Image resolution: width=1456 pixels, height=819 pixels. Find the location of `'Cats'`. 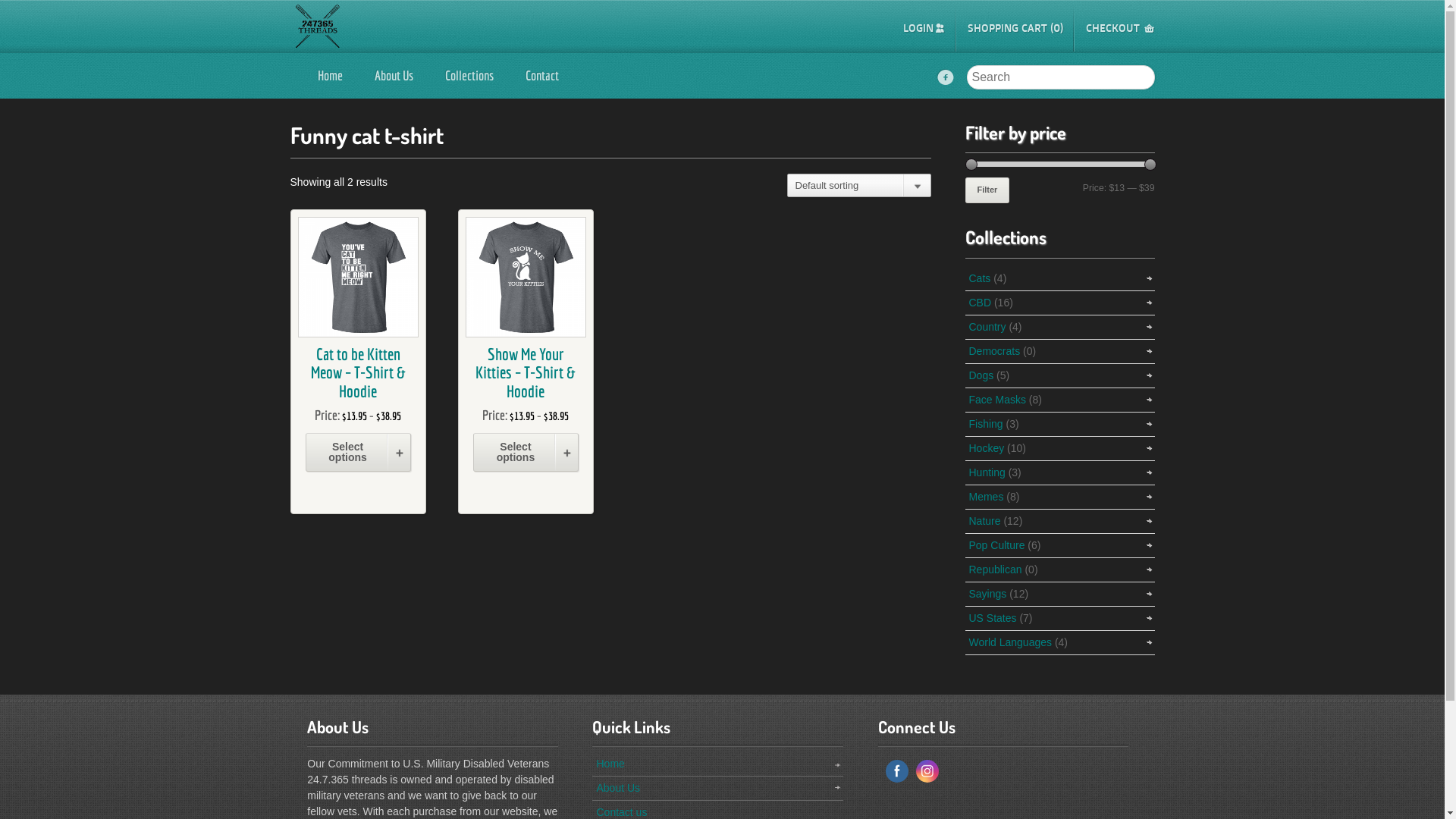

'Cats' is located at coordinates (980, 278).